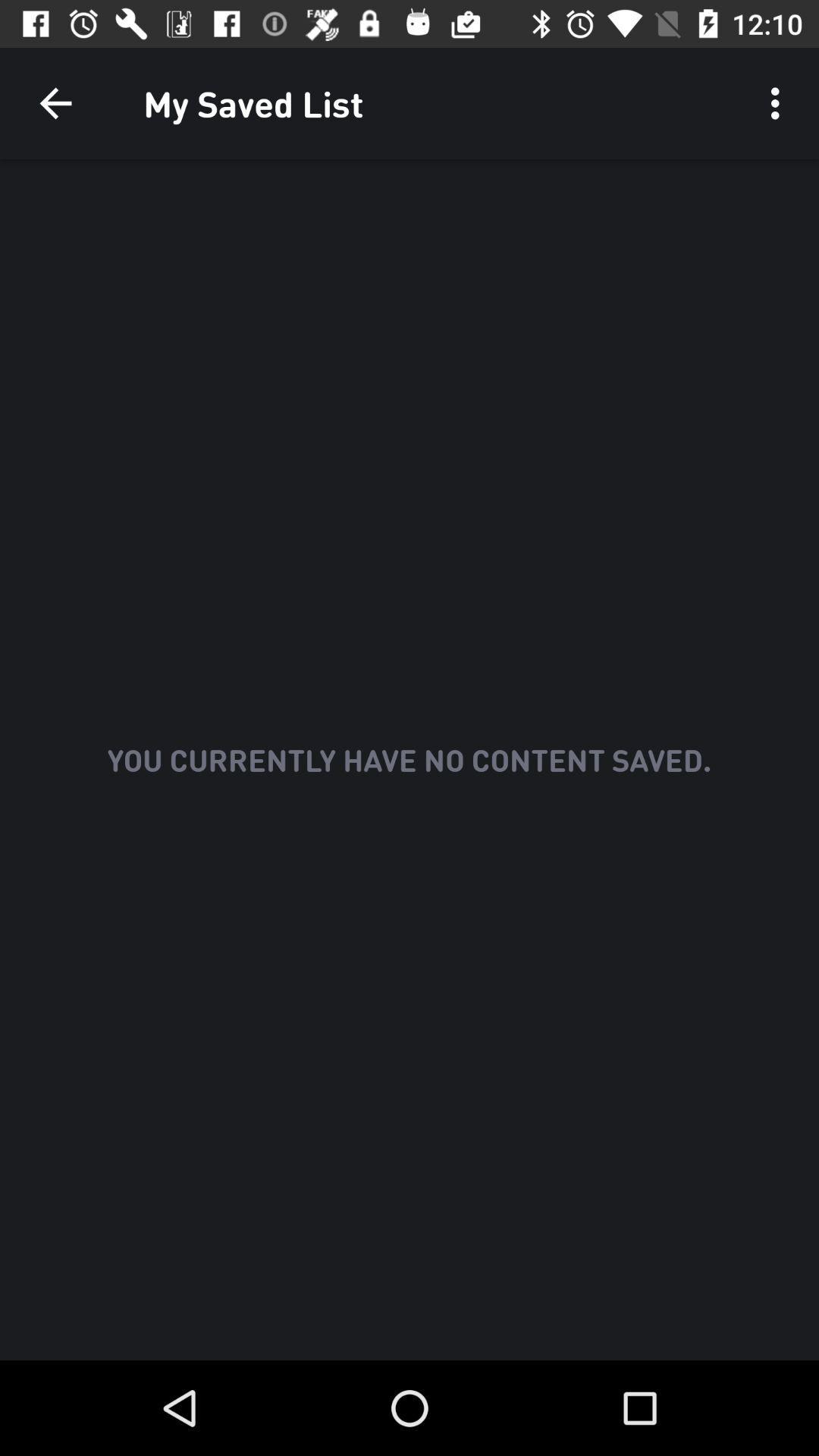  Describe the element at coordinates (779, 103) in the screenshot. I see `menu option at top right` at that location.